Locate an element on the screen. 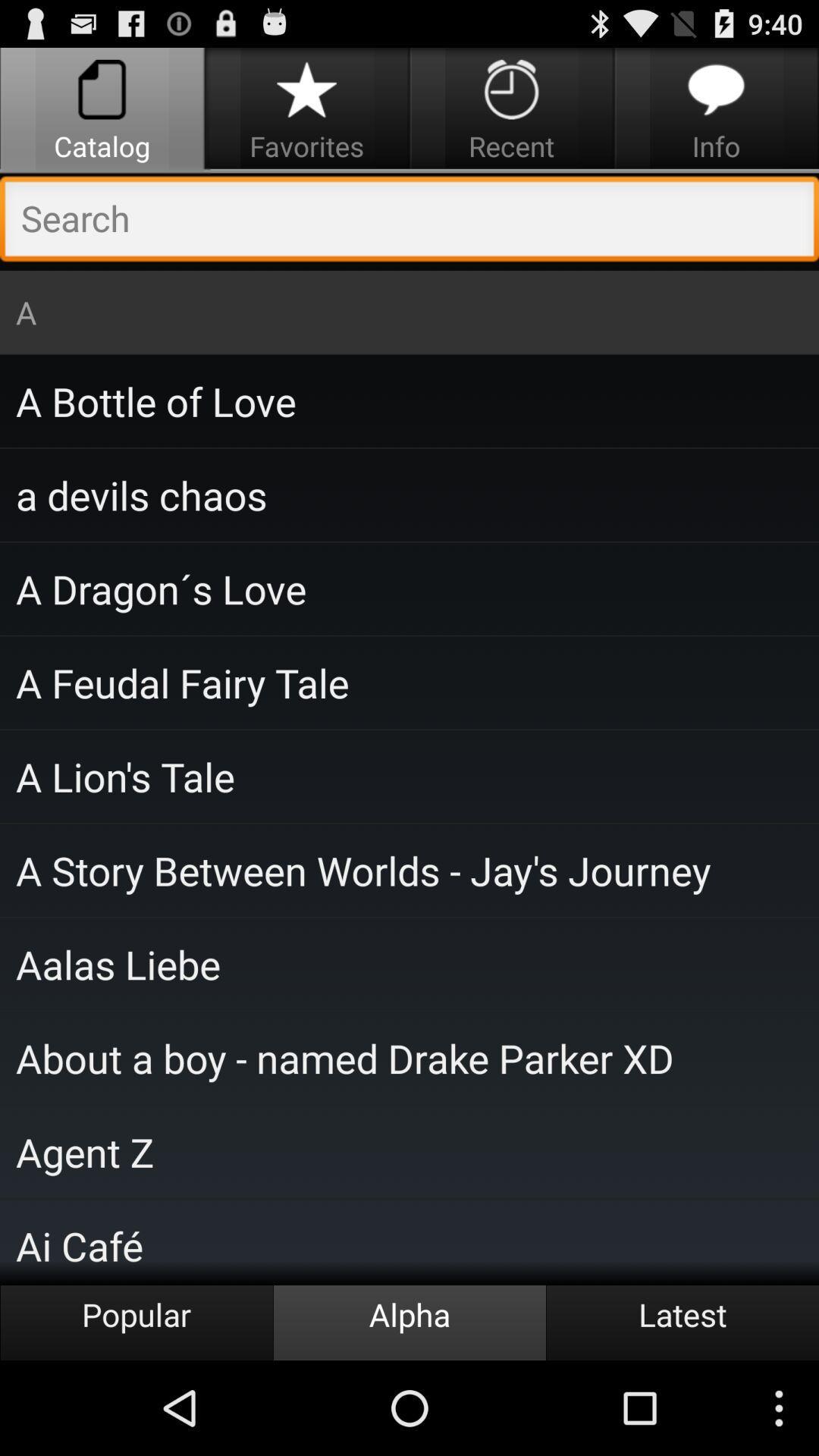  app below a lion s is located at coordinates (409, 870).